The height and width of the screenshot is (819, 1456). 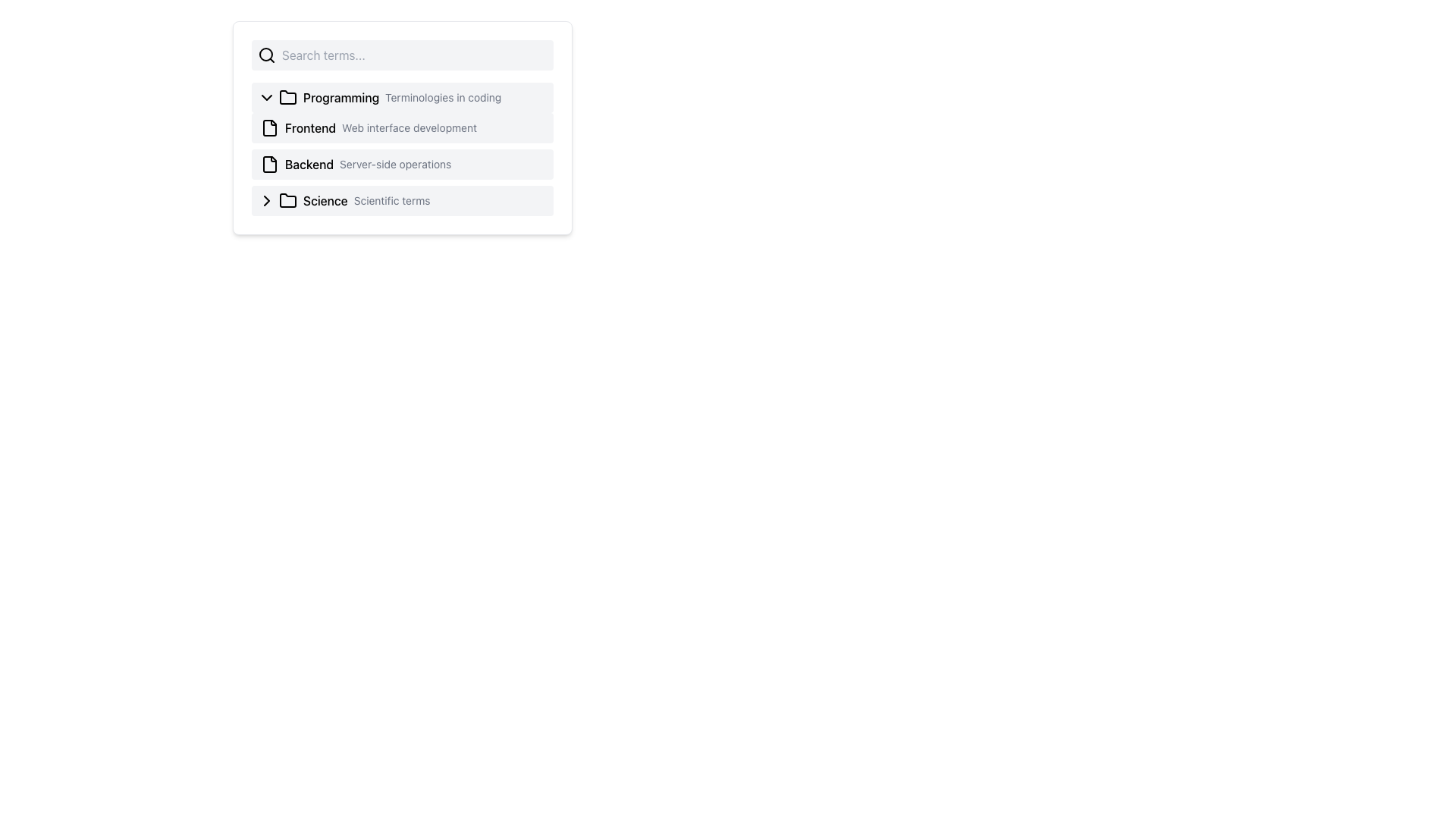 I want to click on the chevron icon located to the far-left of the row labeled 'Science Scientific terms', so click(x=266, y=200).